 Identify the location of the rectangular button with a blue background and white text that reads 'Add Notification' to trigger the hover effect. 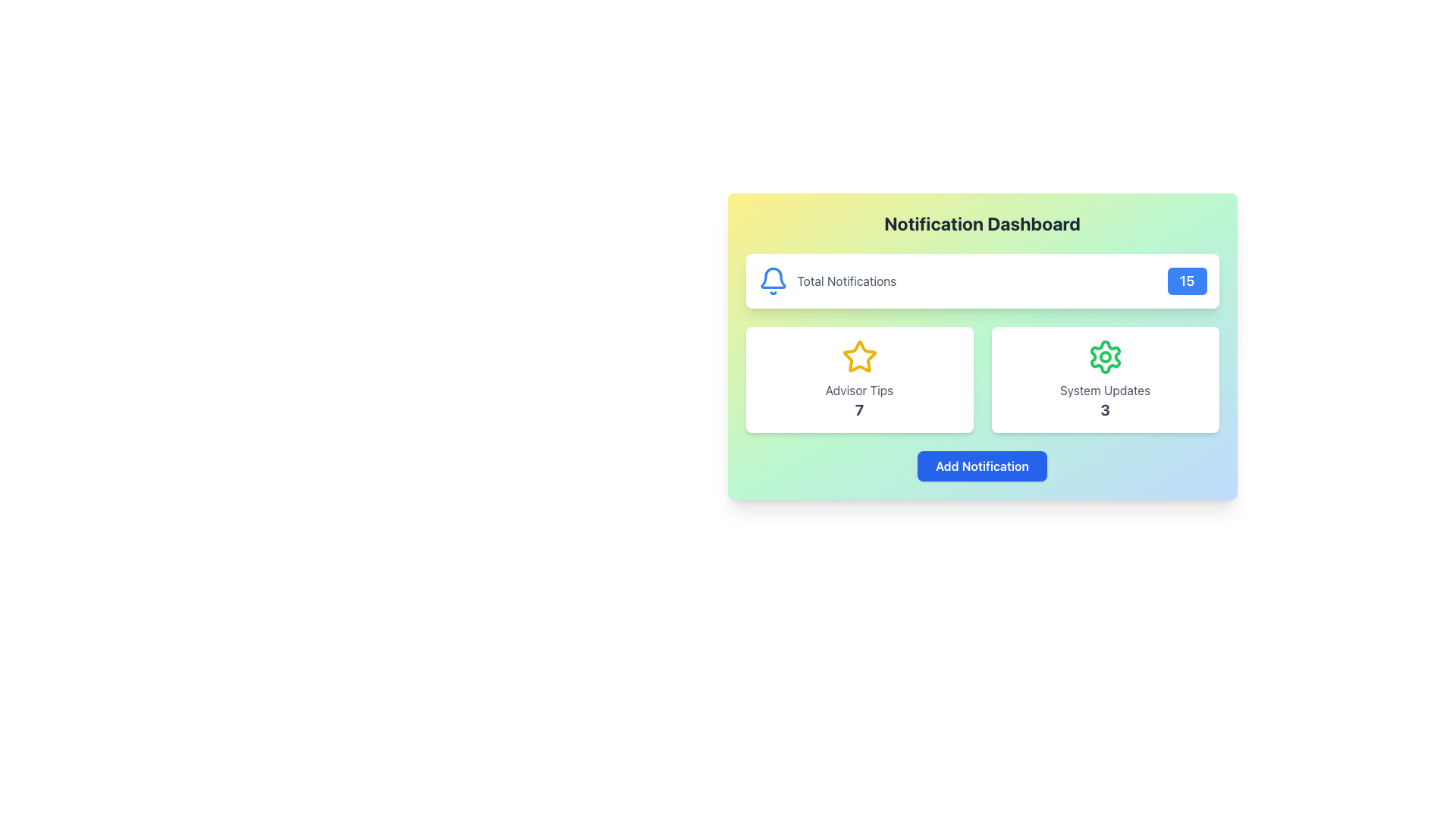
(982, 465).